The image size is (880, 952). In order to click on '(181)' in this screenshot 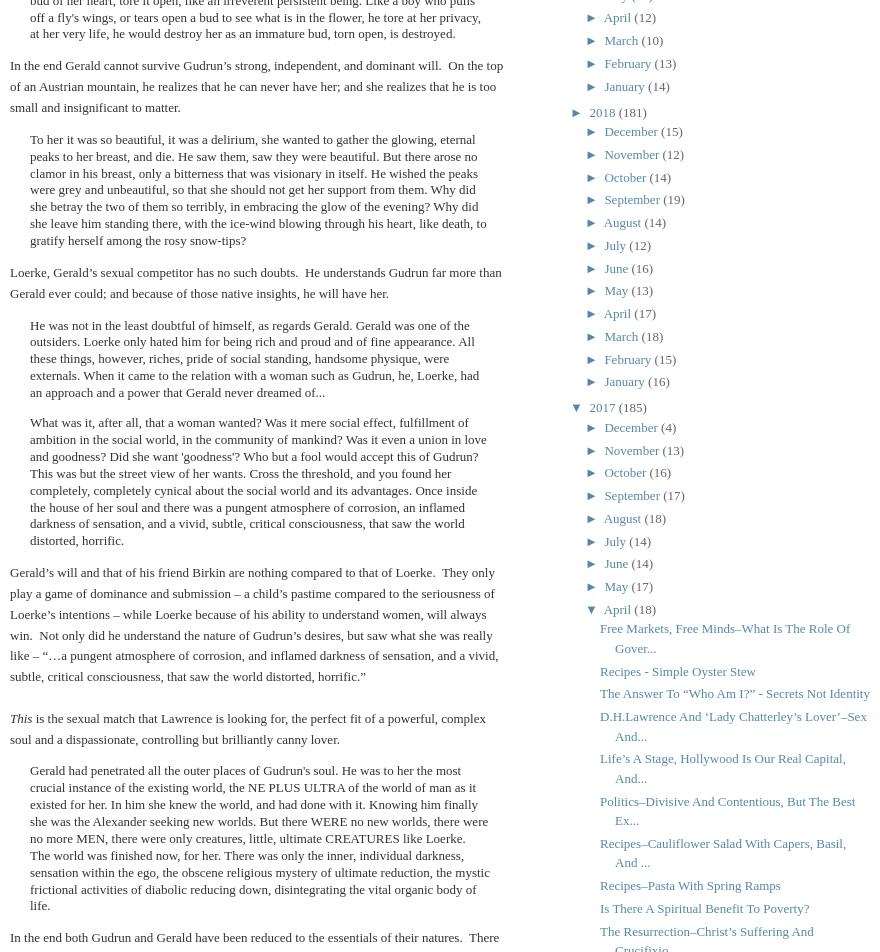, I will do `click(632, 111)`.